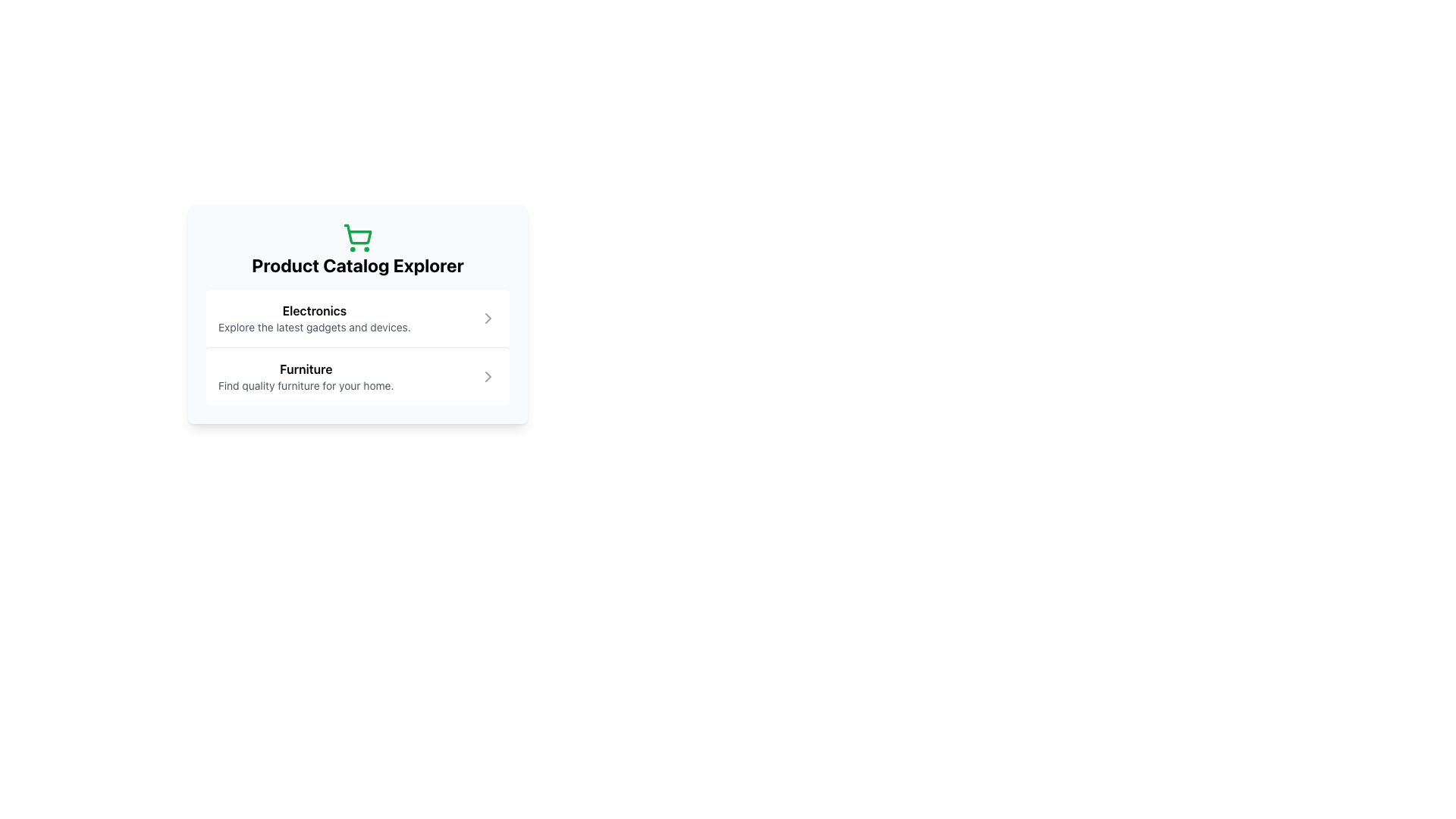  What do you see at coordinates (488, 318) in the screenshot?
I see `the Chevron icon located at the far right of the 'Electronics' section, indicating a clickable action for more details` at bounding box center [488, 318].